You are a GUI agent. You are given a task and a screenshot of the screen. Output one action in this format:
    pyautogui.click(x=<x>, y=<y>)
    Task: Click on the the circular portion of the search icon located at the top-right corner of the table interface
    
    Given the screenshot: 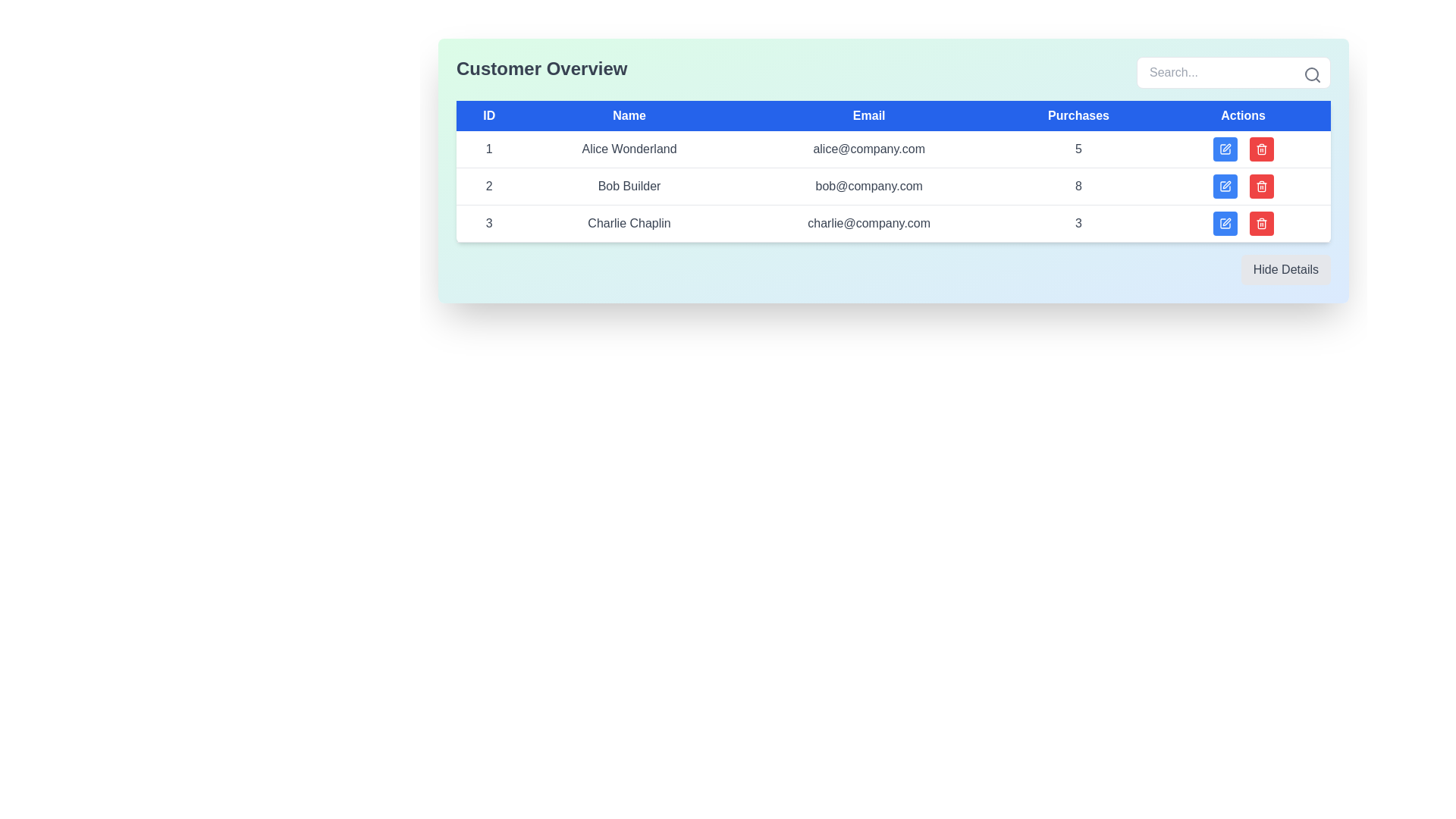 What is the action you would take?
    pyautogui.click(x=1310, y=74)
    